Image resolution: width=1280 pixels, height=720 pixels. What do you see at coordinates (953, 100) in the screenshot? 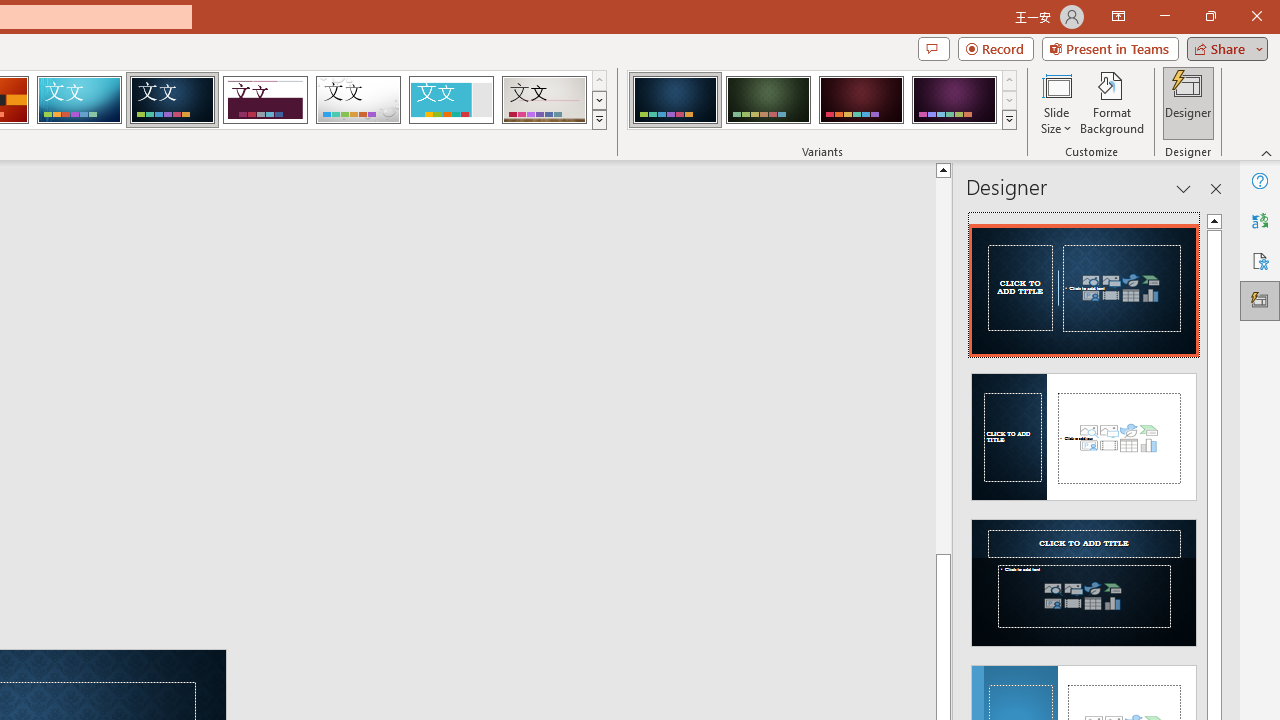
I see `'Damask Variant 4'` at bounding box center [953, 100].